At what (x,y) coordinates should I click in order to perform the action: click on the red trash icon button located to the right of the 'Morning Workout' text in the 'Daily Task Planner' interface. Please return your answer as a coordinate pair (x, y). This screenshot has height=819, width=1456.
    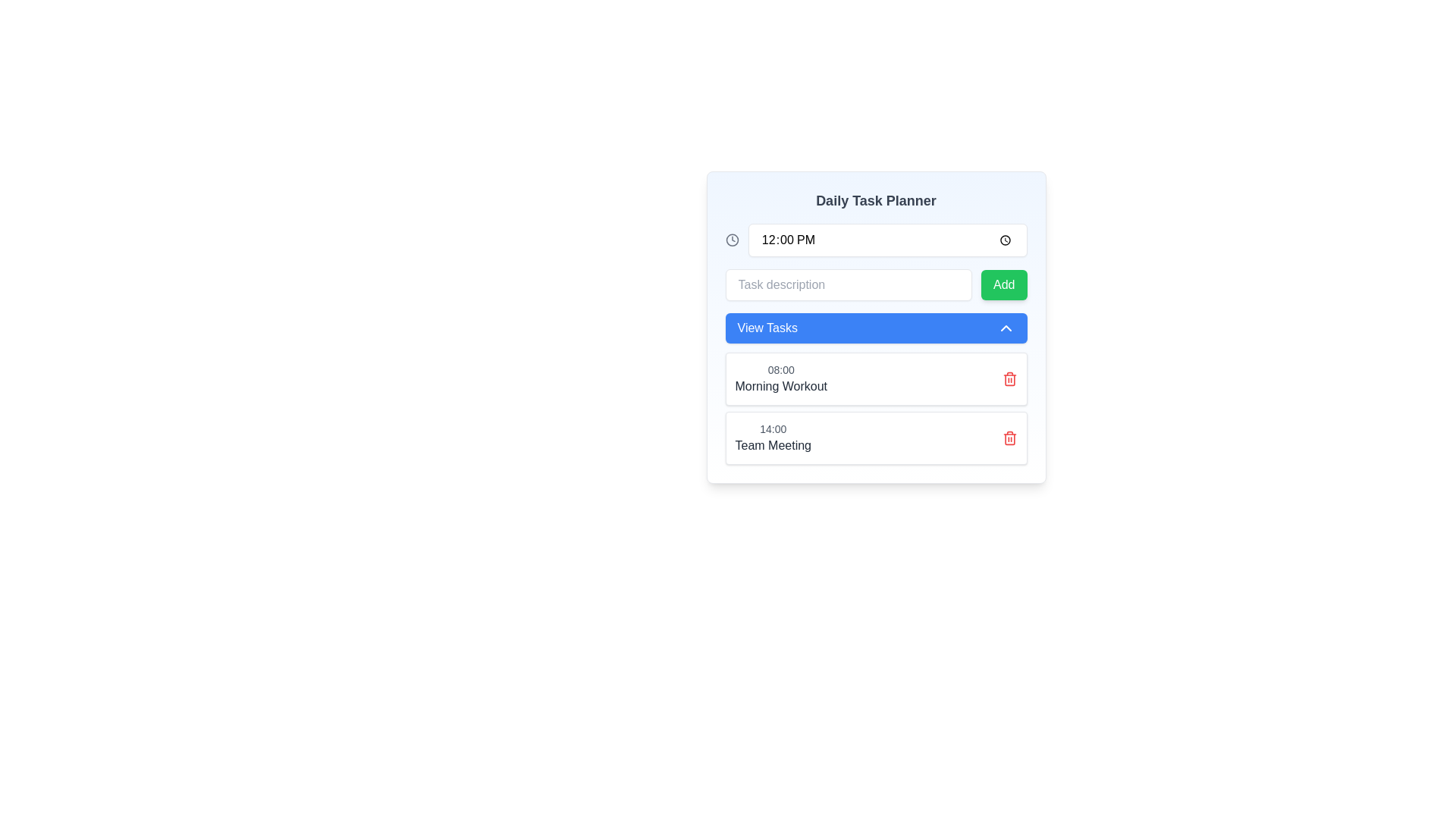
    Looking at the image, I should click on (1009, 378).